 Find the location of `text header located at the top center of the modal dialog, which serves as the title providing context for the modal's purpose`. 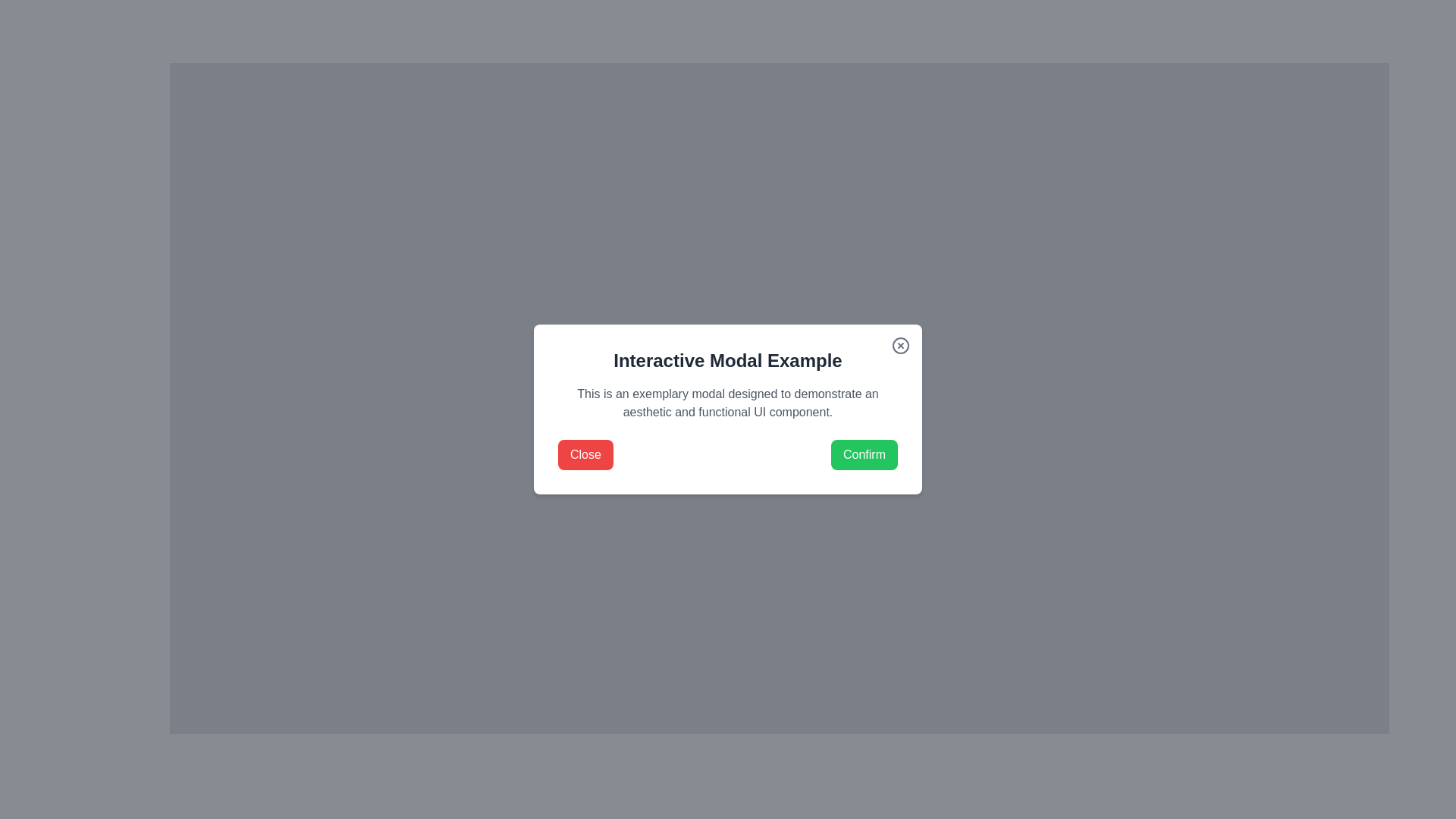

text header located at the top center of the modal dialog, which serves as the title providing context for the modal's purpose is located at coordinates (728, 360).